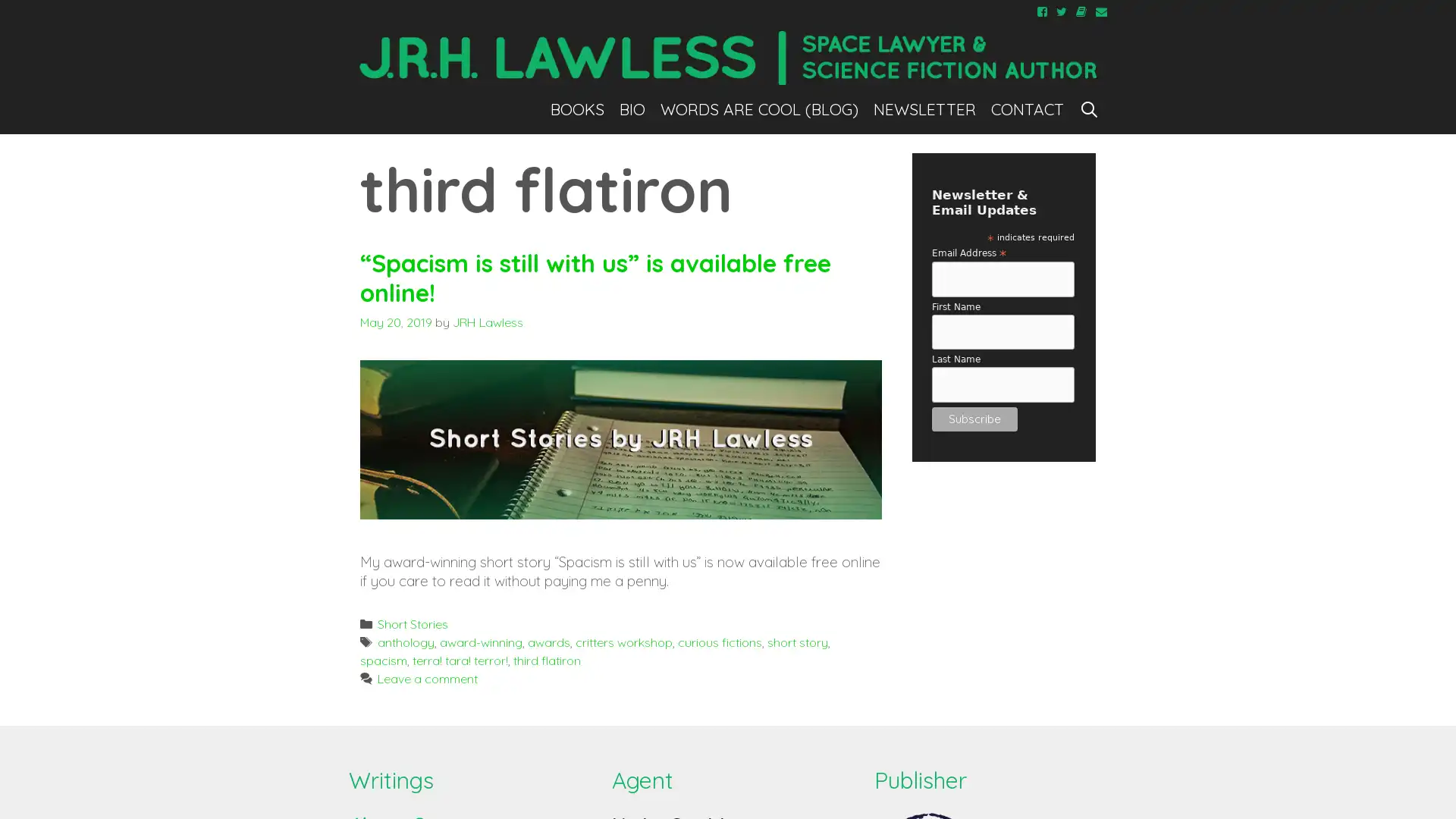  Describe the element at coordinates (974, 418) in the screenshot. I see `Subscribe` at that location.